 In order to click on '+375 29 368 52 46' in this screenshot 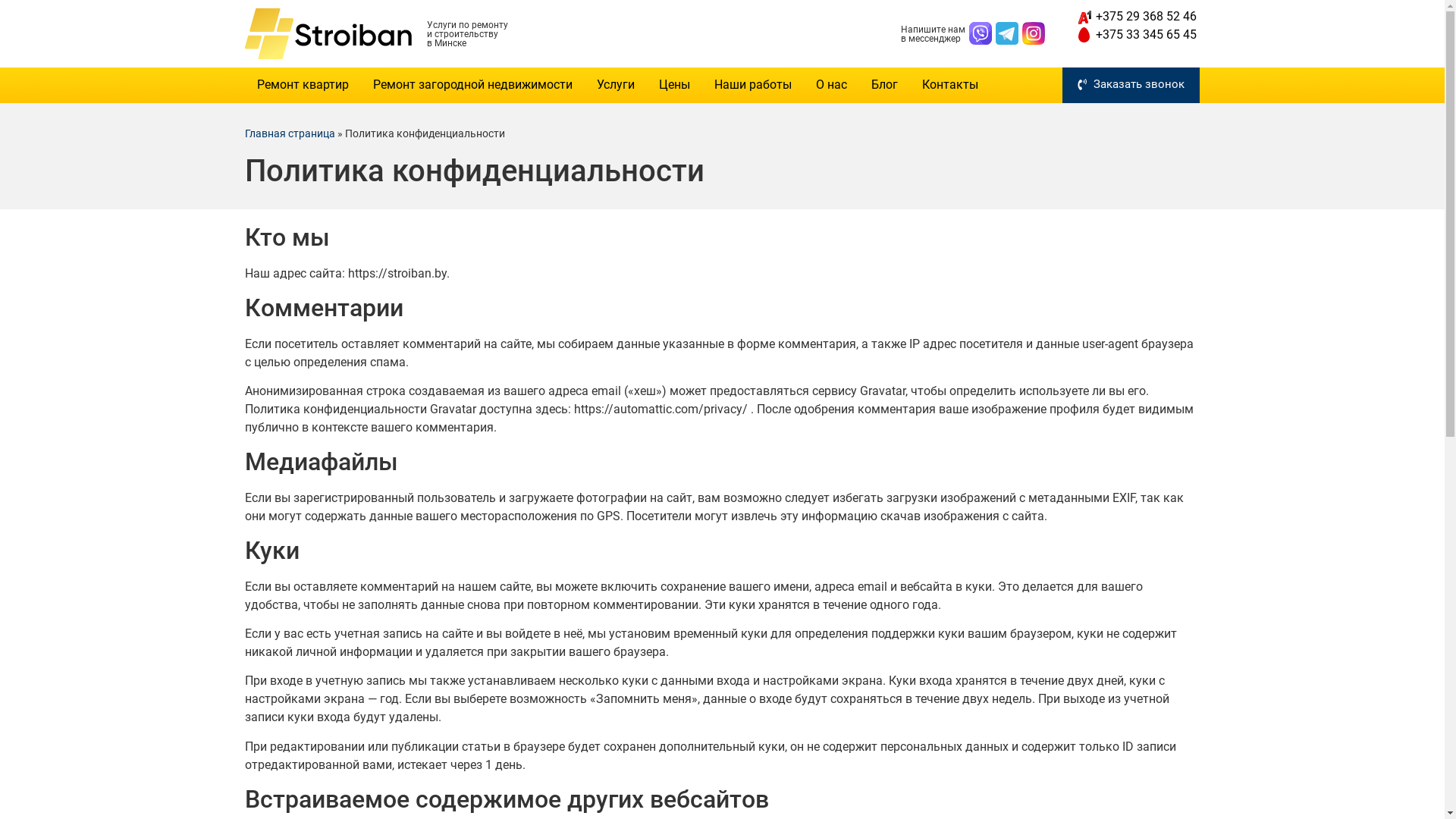, I will do `click(1073, 17)`.